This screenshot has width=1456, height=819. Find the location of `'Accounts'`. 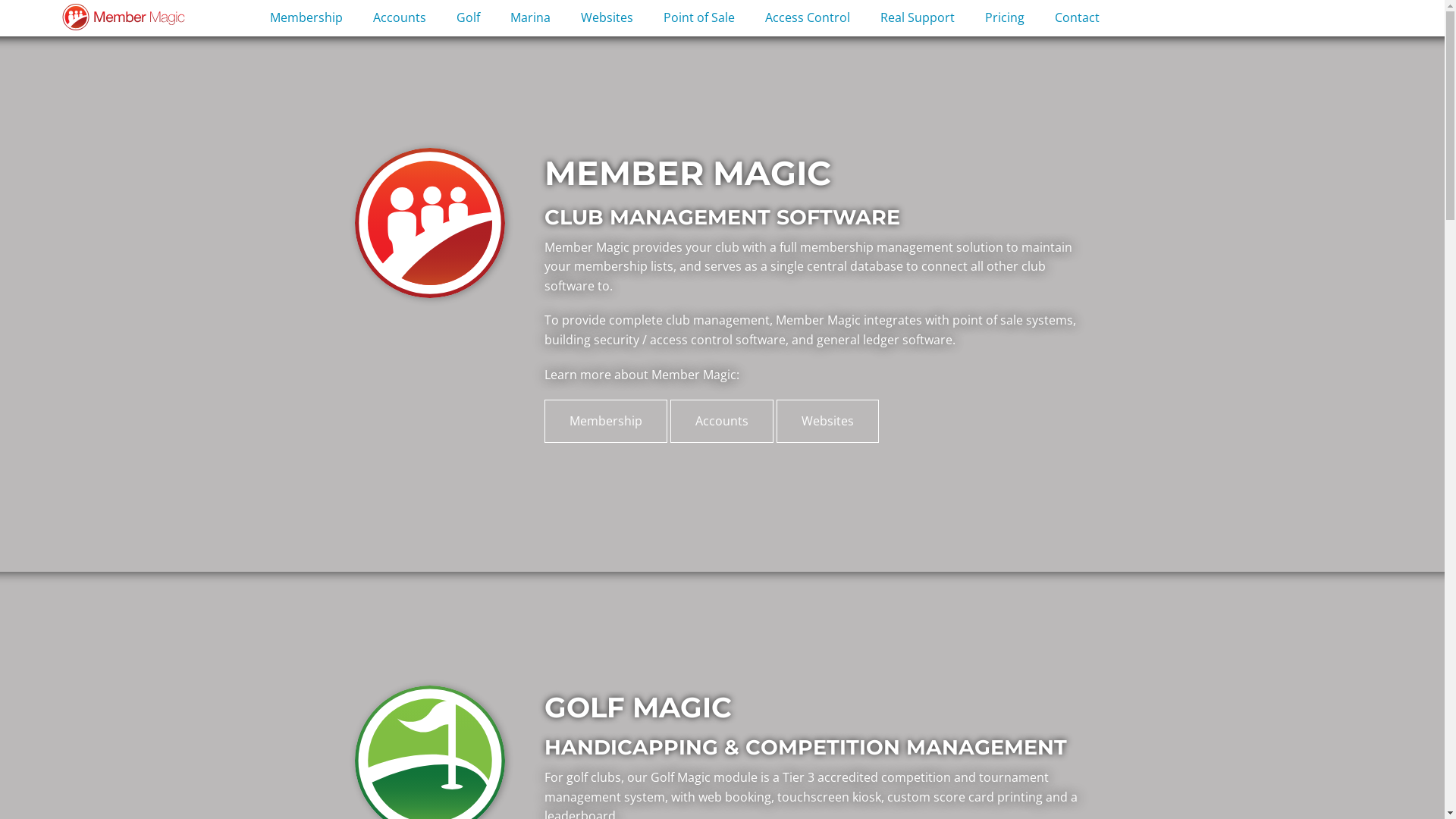

'Accounts' is located at coordinates (720, 421).